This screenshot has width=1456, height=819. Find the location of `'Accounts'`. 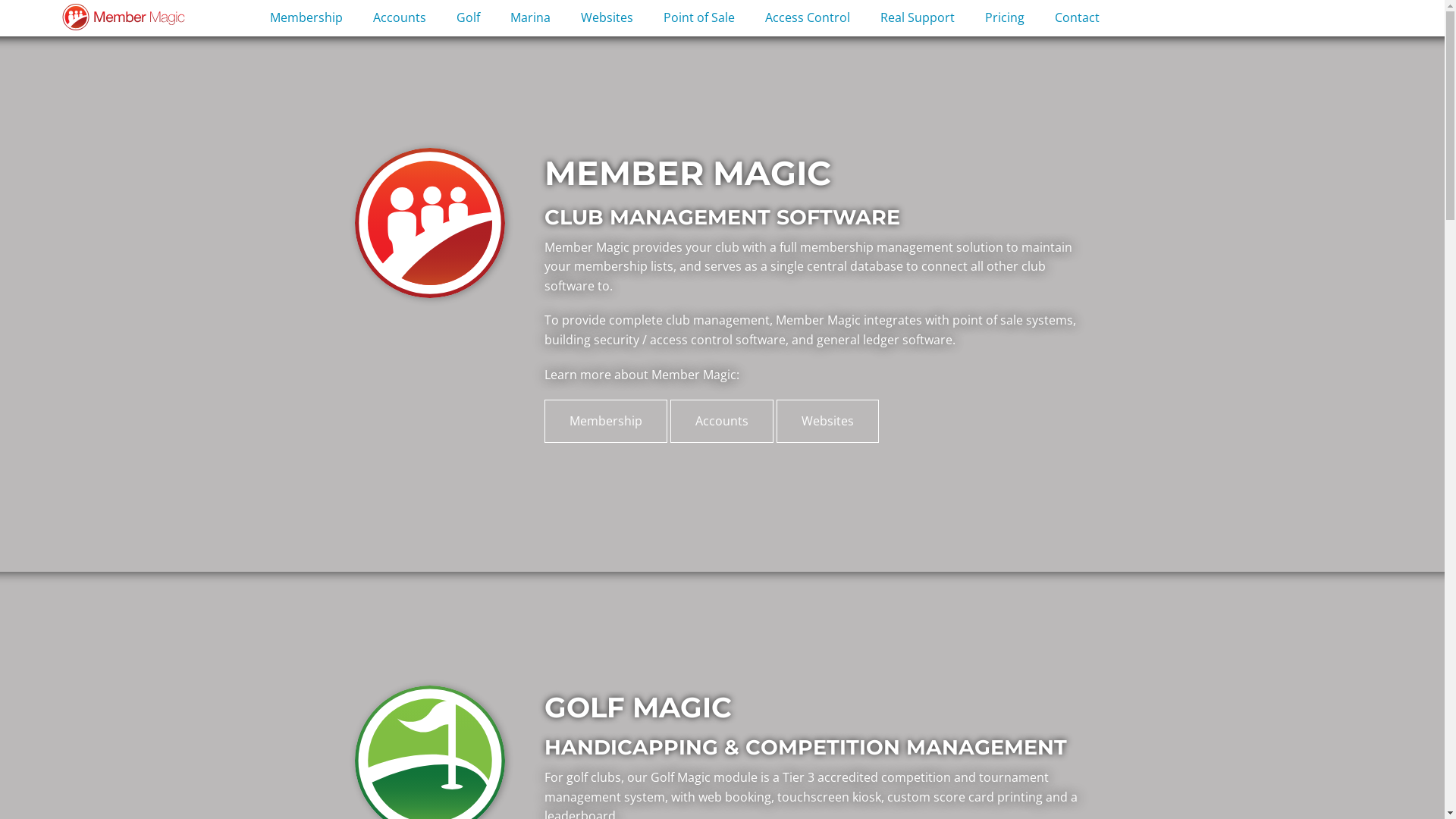

'Accounts' is located at coordinates (720, 421).